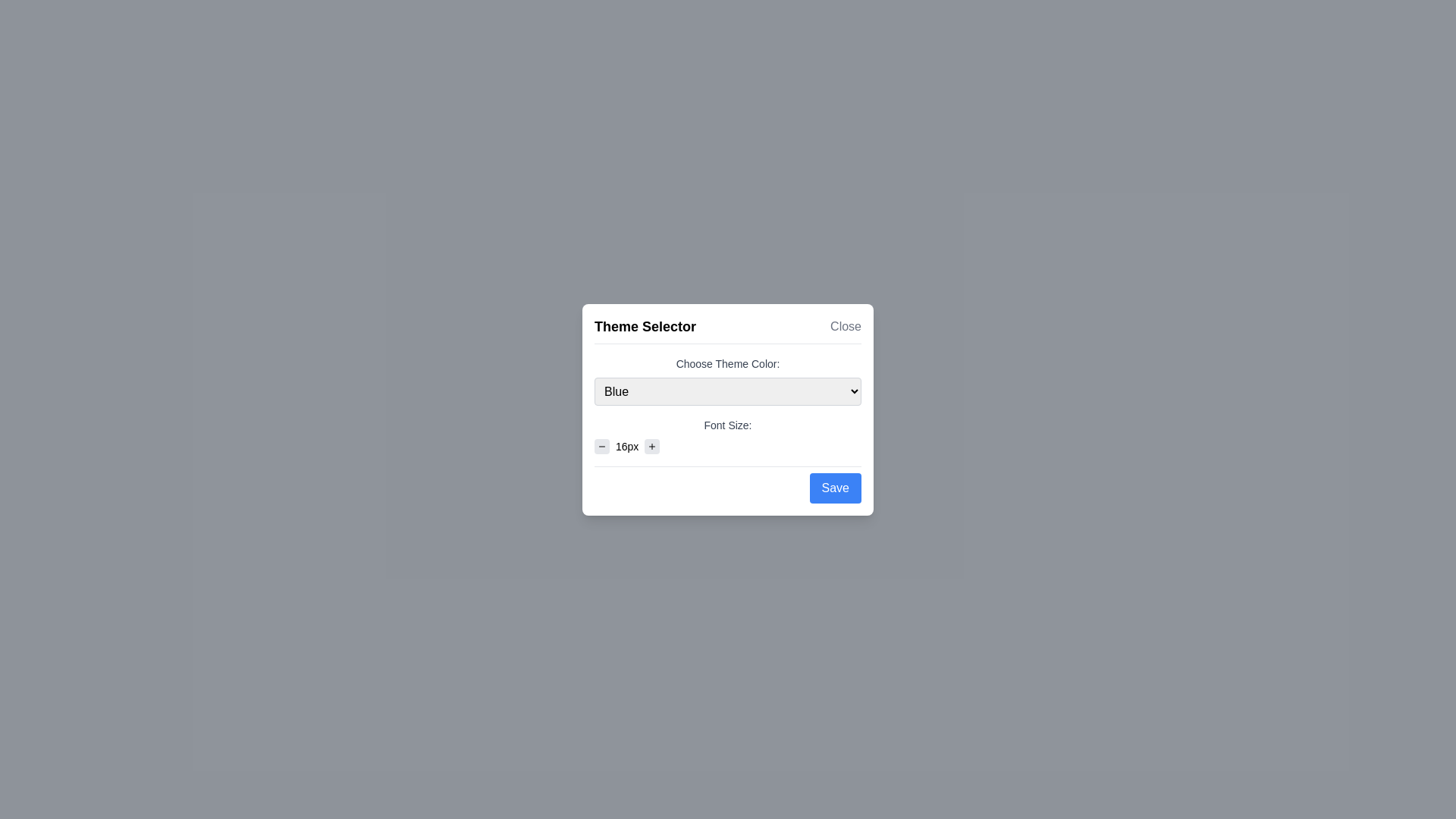 Image resolution: width=1456 pixels, height=819 pixels. I want to click on the Save button located at the bottom-right corner of the modal dialog, so click(834, 488).